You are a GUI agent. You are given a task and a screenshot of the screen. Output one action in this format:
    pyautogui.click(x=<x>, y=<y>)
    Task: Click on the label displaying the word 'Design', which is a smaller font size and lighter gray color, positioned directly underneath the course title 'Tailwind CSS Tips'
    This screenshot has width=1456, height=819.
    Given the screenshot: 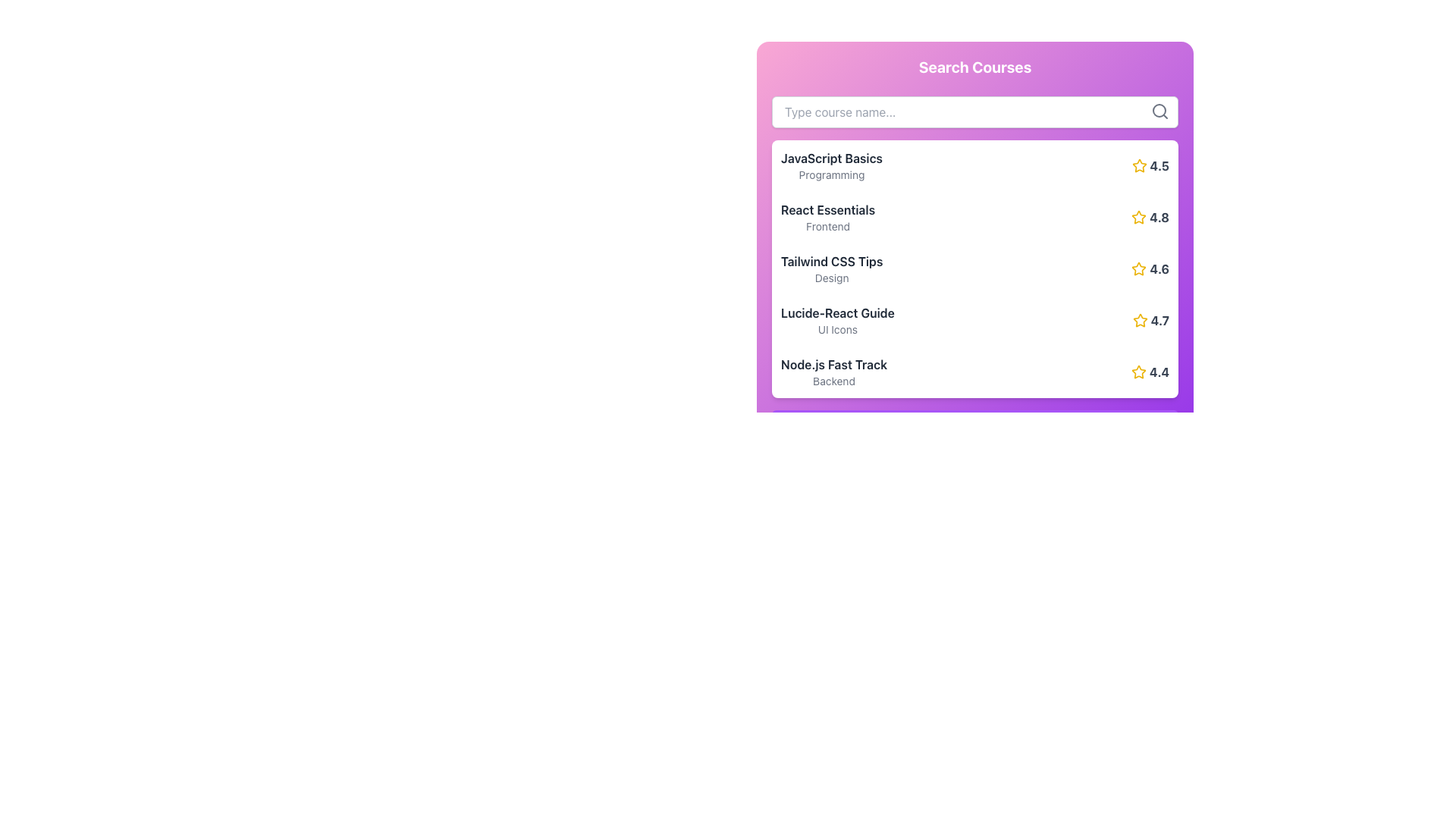 What is the action you would take?
    pyautogui.click(x=831, y=278)
    